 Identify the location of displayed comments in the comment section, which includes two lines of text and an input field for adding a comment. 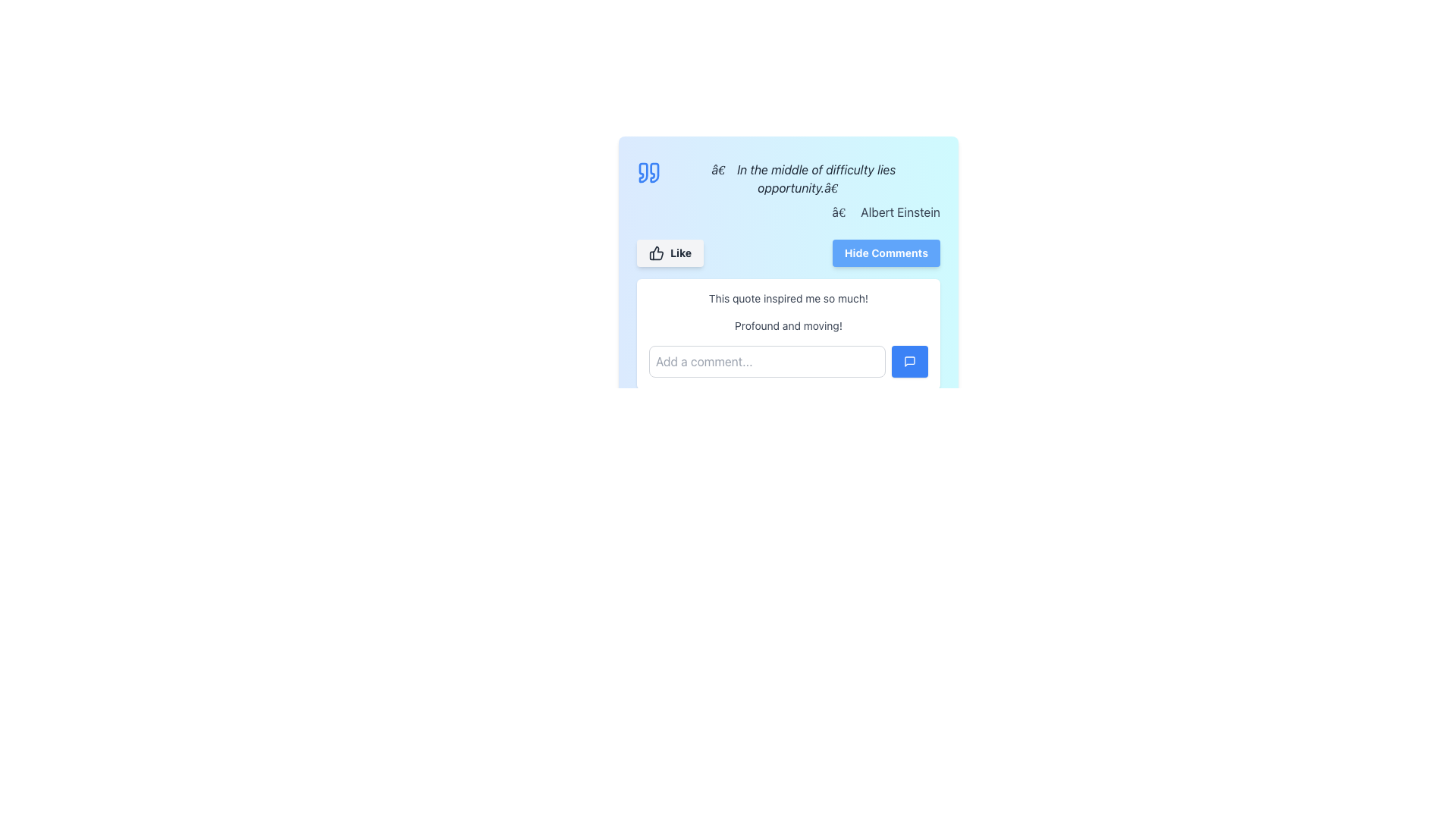
(789, 333).